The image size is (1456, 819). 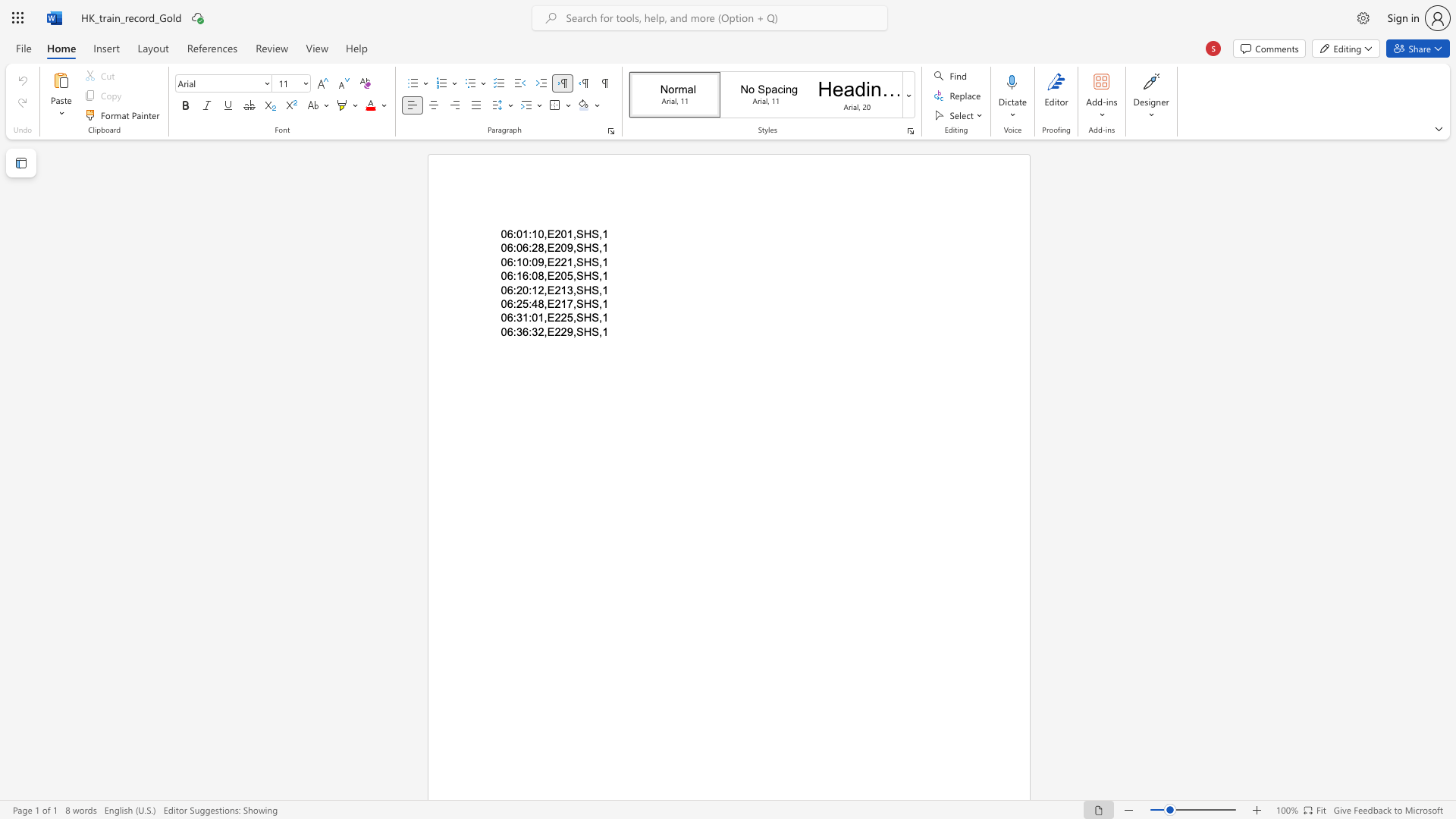 I want to click on the 1th character "0" in the text, so click(x=504, y=261).